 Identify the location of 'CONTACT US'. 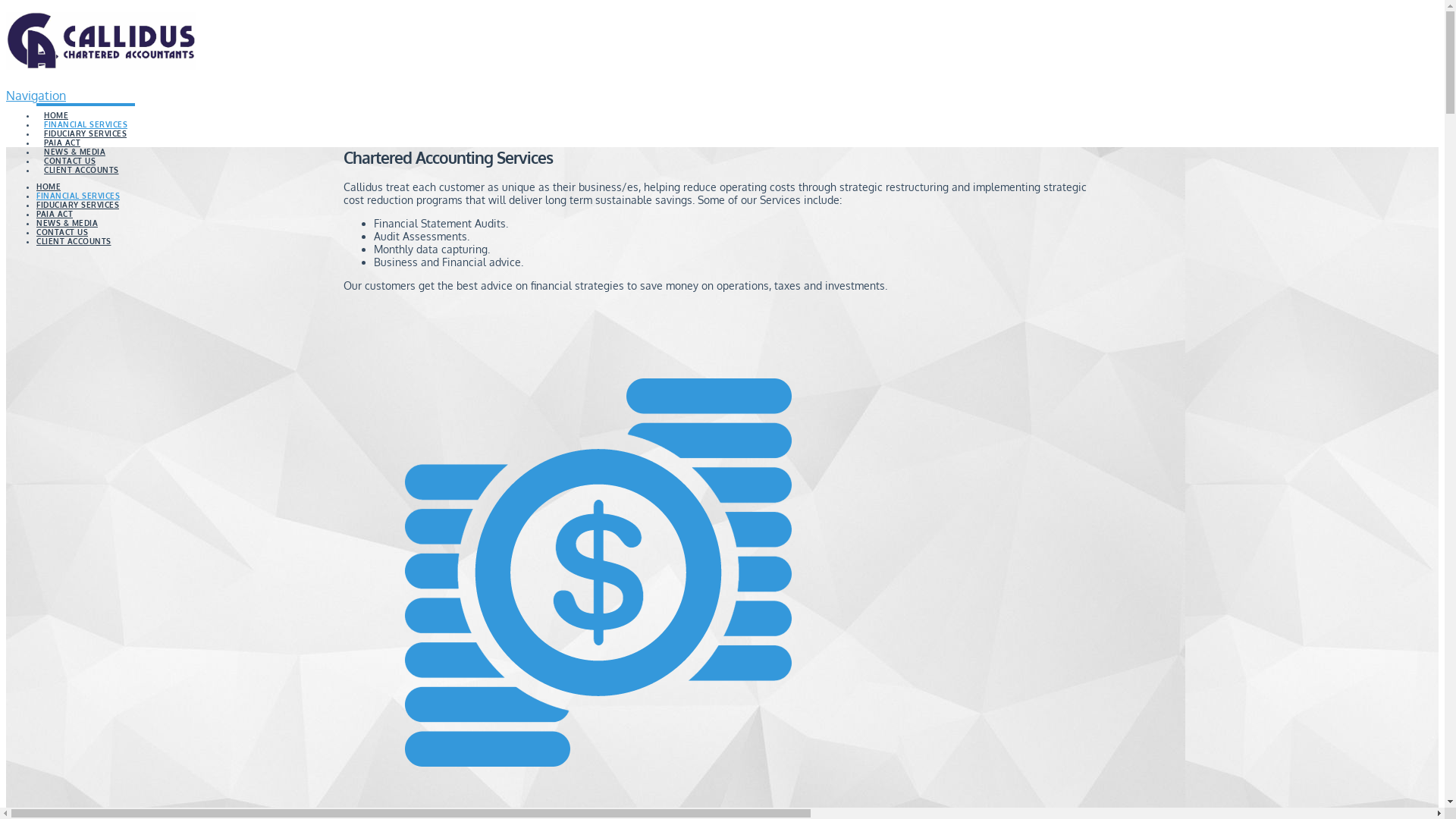
(36, 231).